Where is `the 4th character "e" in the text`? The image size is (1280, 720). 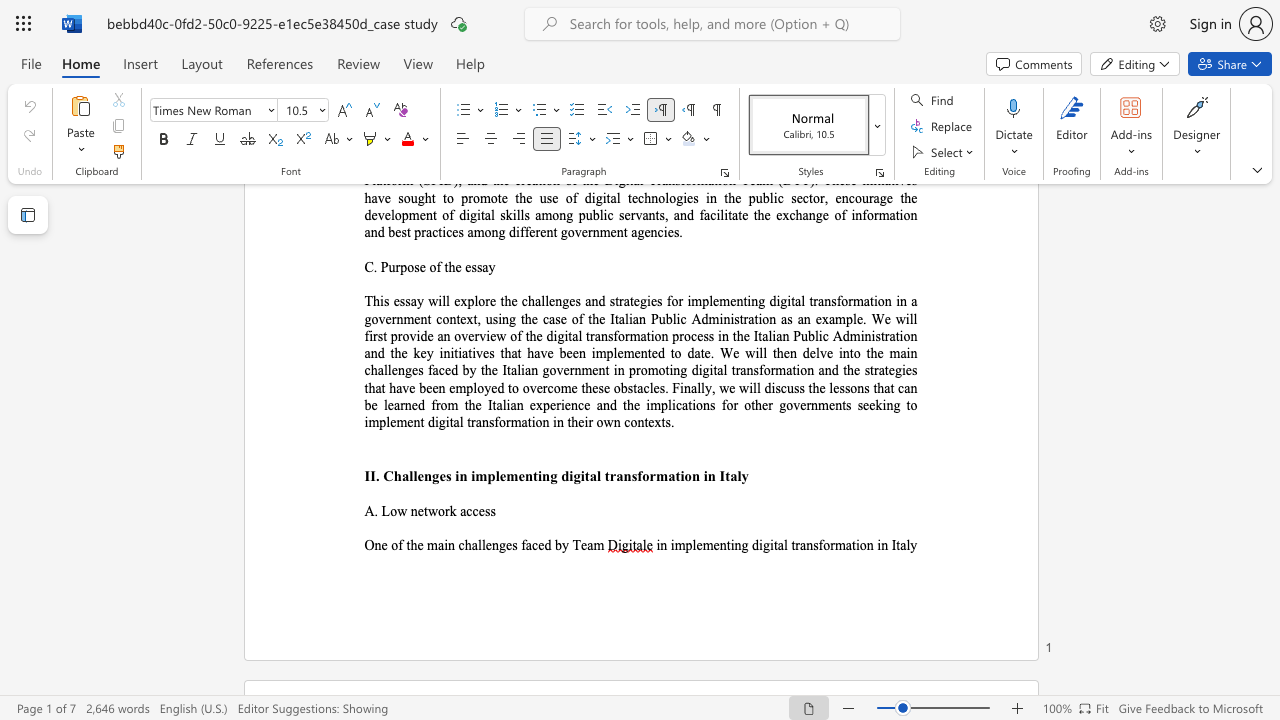
the 4th character "e" in the text is located at coordinates (521, 476).